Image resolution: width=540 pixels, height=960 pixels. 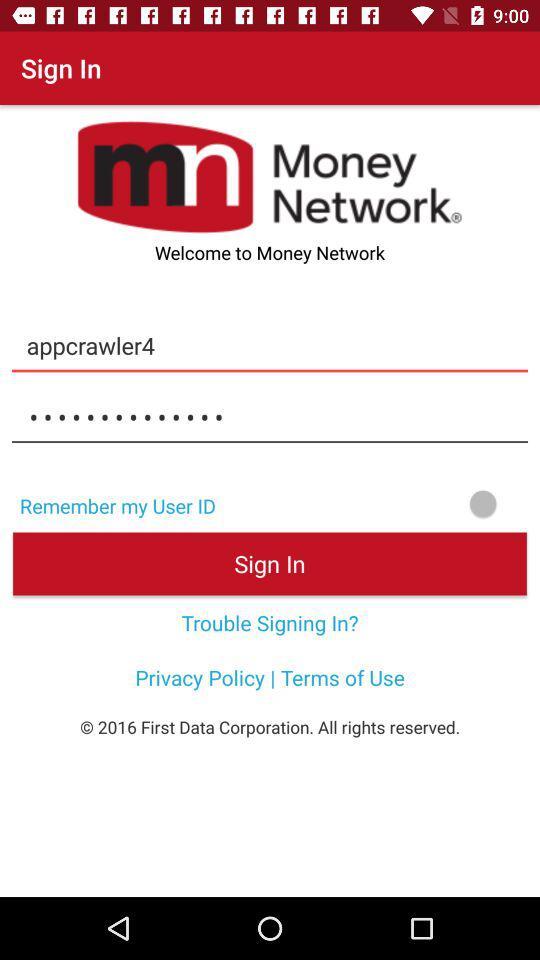 What do you see at coordinates (384, 502) in the screenshot?
I see `icon on the right` at bounding box center [384, 502].